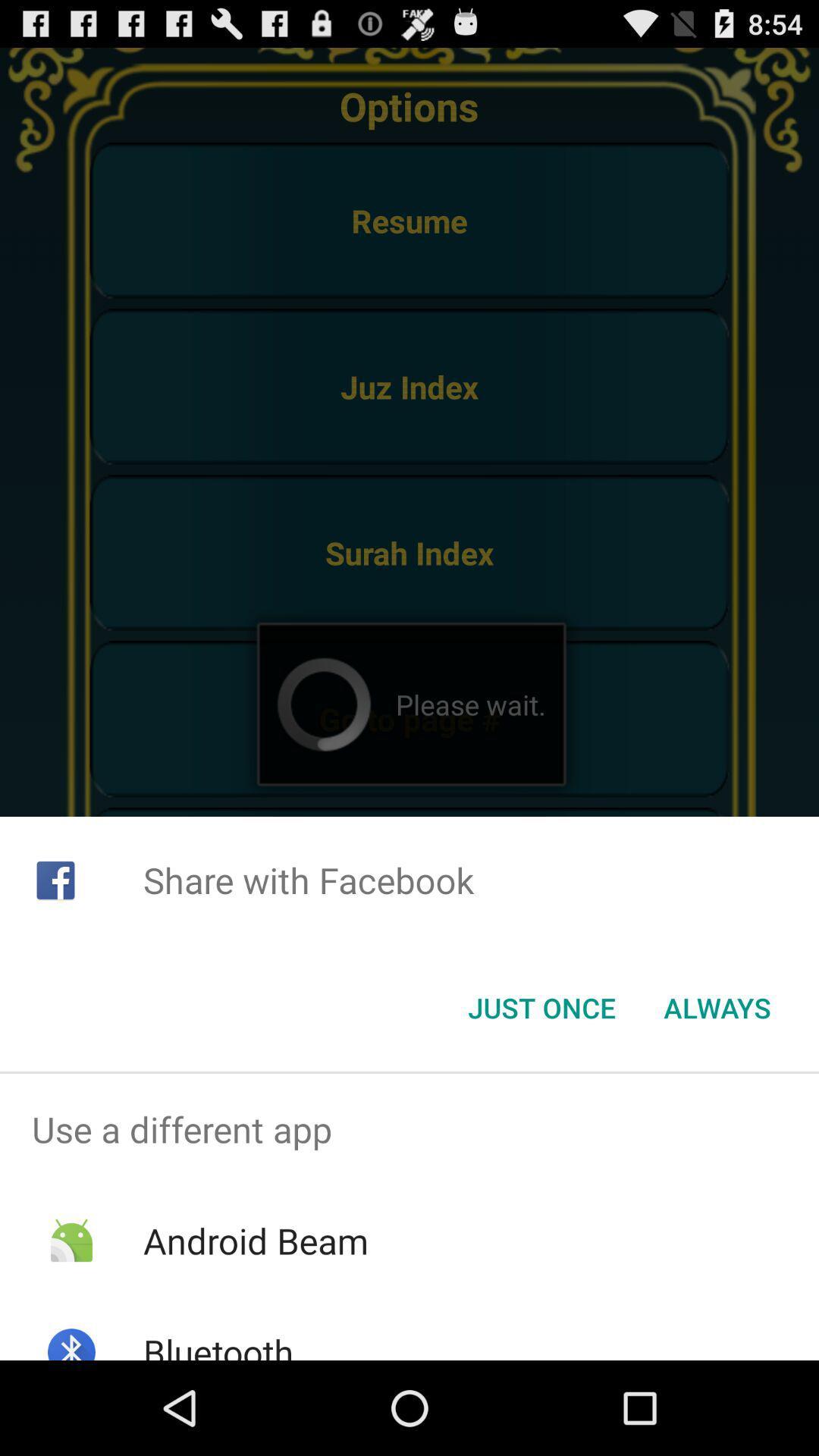 Image resolution: width=819 pixels, height=1456 pixels. Describe the element at coordinates (255, 1241) in the screenshot. I see `android beam icon` at that location.